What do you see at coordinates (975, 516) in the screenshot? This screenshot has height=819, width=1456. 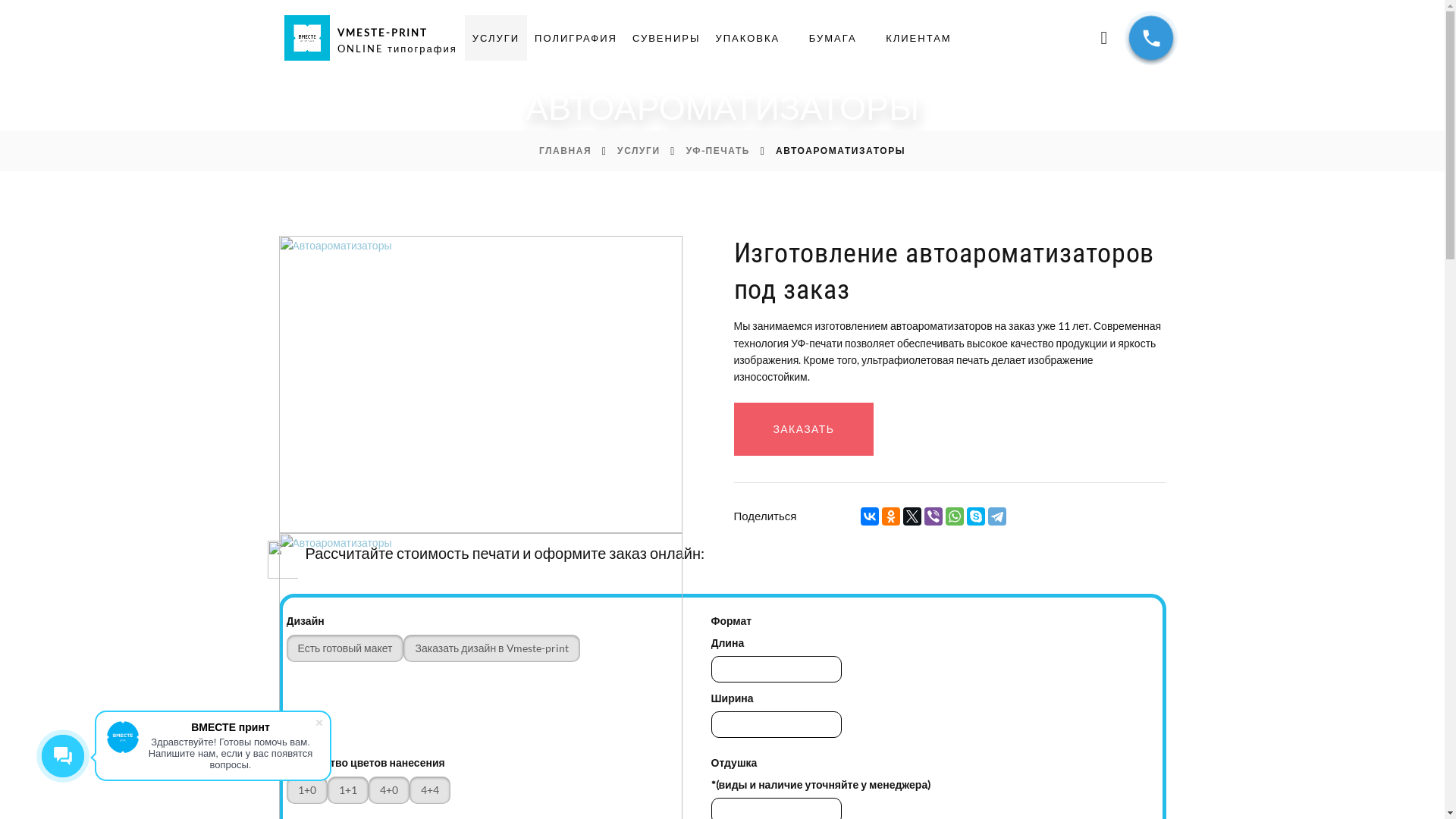 I see `'Skype'` at bounding box center [975, 516].